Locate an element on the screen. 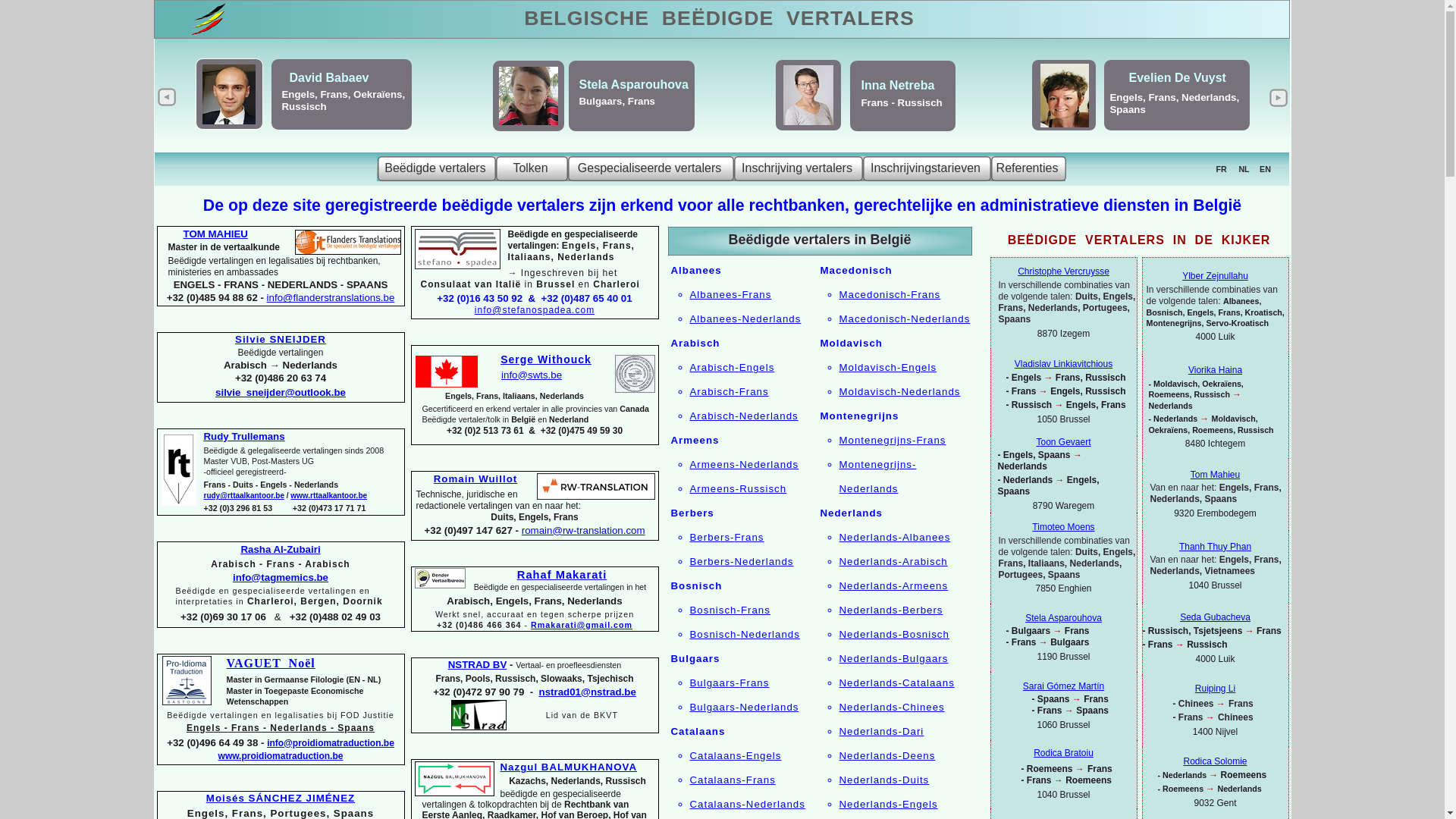 The image size is (1456, 819). 'Tolken' is located at coordinates (532, 168).